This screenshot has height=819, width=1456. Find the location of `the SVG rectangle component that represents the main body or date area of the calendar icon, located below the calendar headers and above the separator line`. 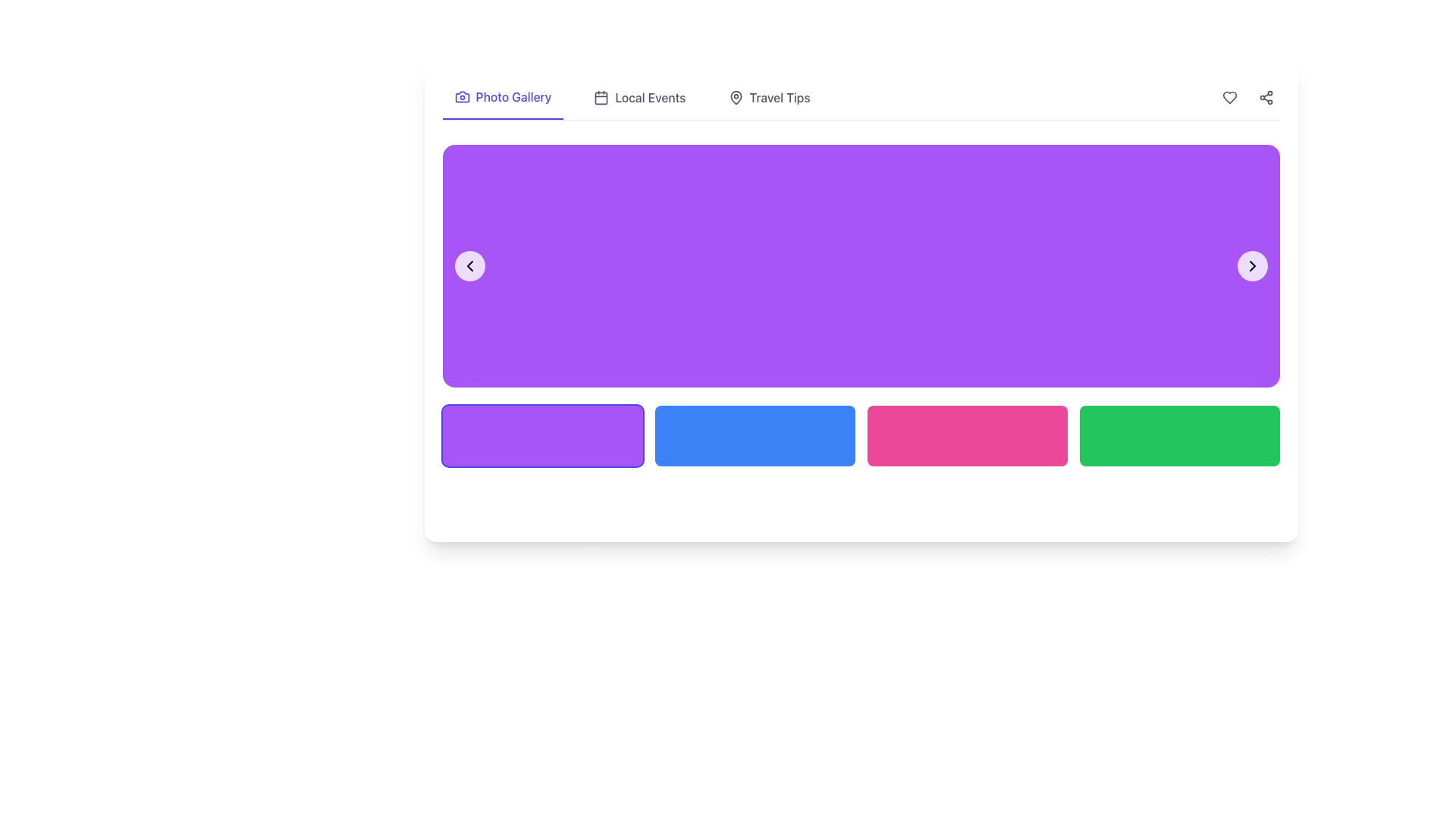

the SVG rectangle component that represents the main body or date area of the calendar icon, located below the calendar headers and above the separator line is located at coordinates (601, 98).